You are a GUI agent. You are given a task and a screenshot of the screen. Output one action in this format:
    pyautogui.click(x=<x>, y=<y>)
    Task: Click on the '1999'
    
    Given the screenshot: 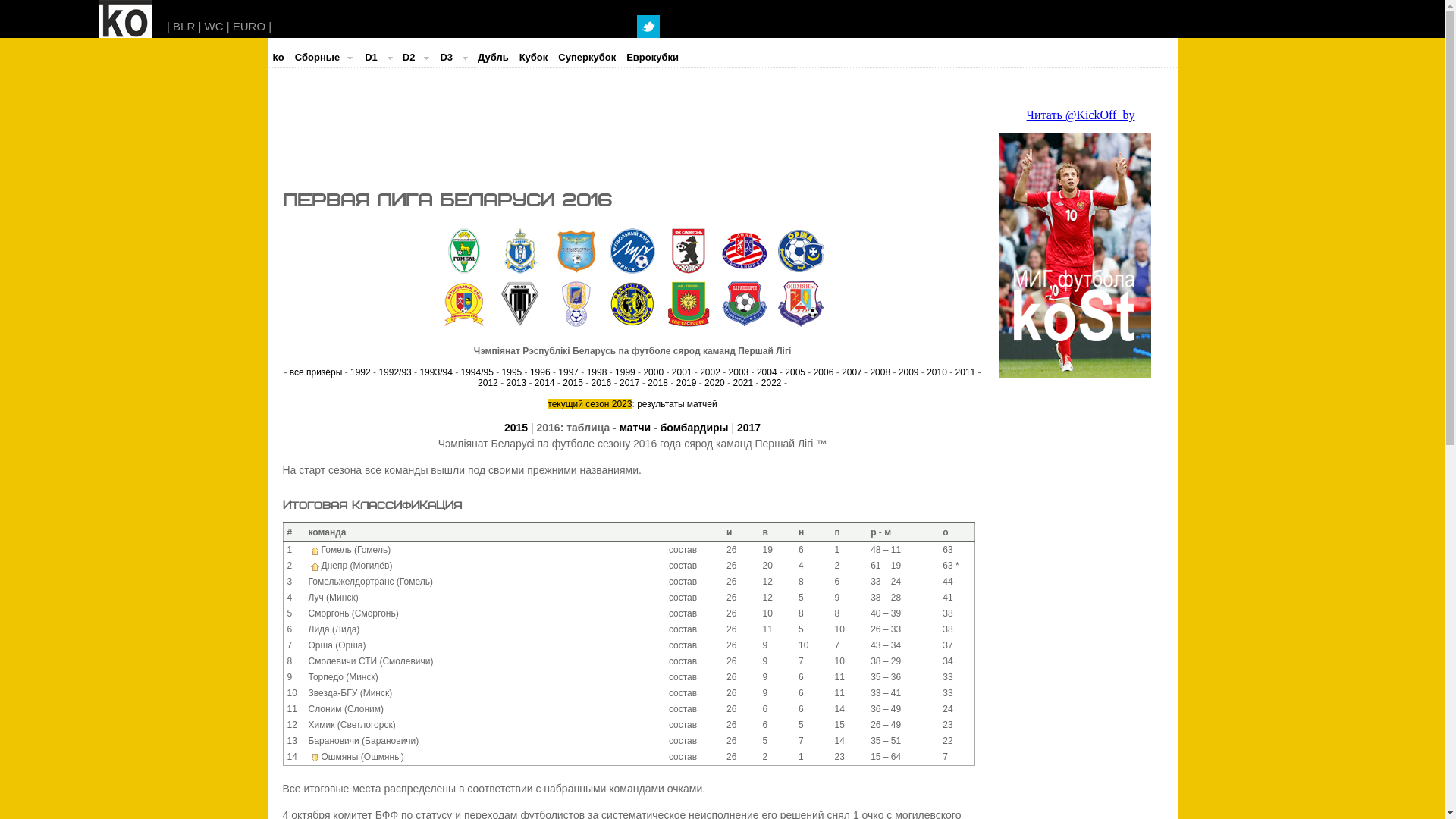 What is the action you would take?
    pyautogui.click(x=625, y=372)
    